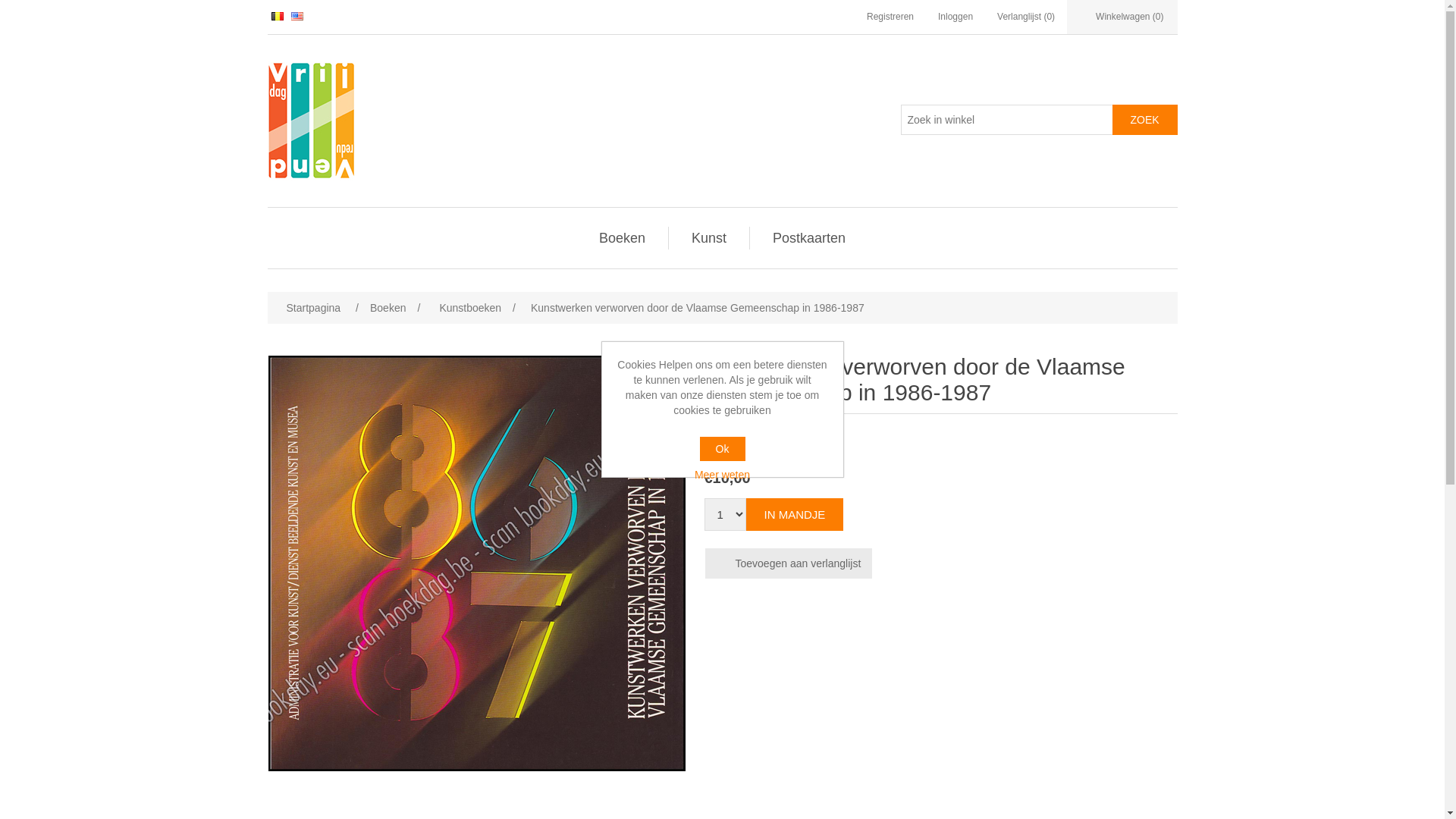 This screenshot has height=819, width=1456. Describe the element at coordinates (997, 17) in the screenshot. I see `'Verlanglijst (0)'` at that location.